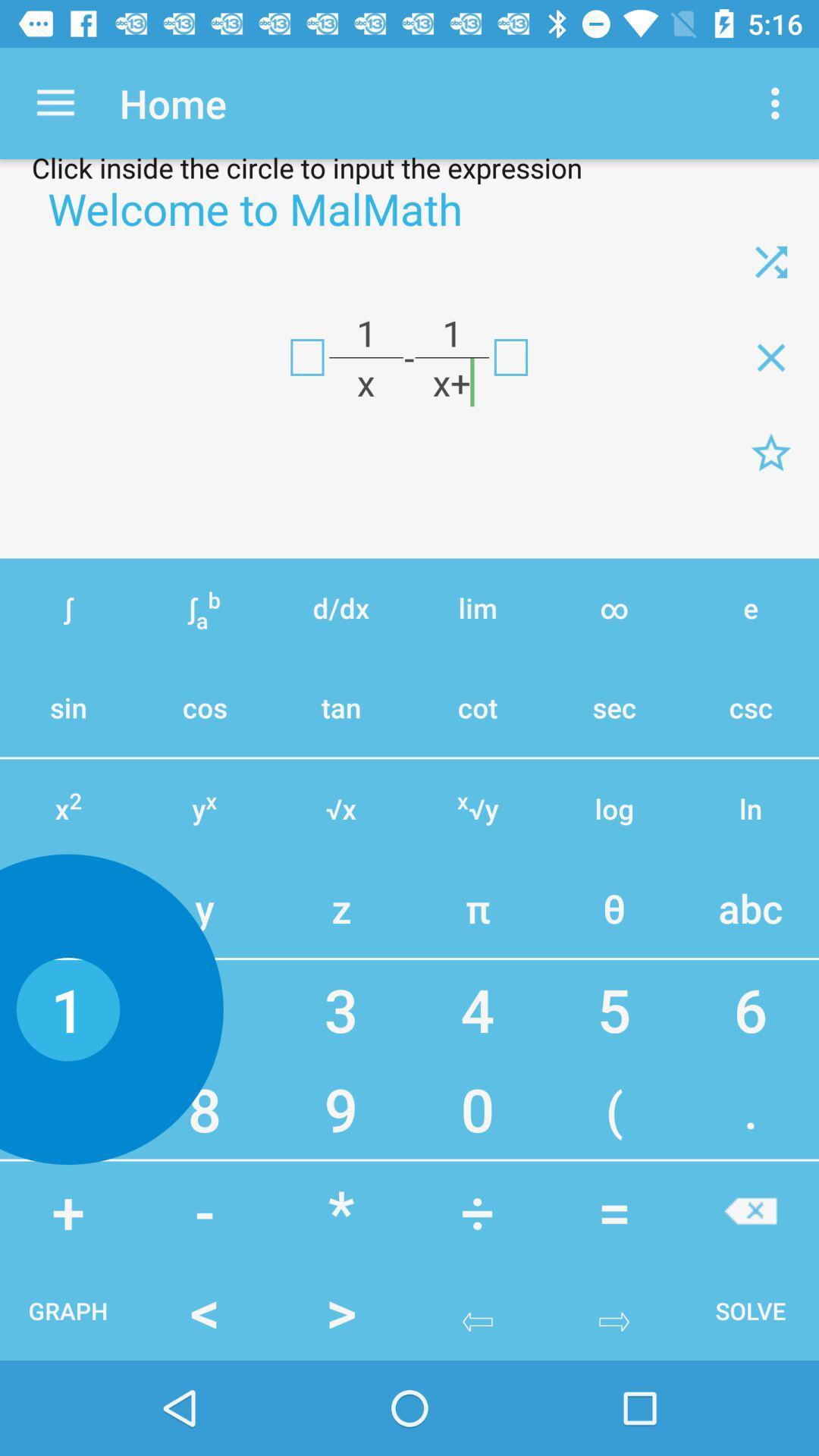 This screenshot has height=1456, width=819. Describe the element at coordinates (771, 452) in the screenshot. I see `the star icon` at that location.